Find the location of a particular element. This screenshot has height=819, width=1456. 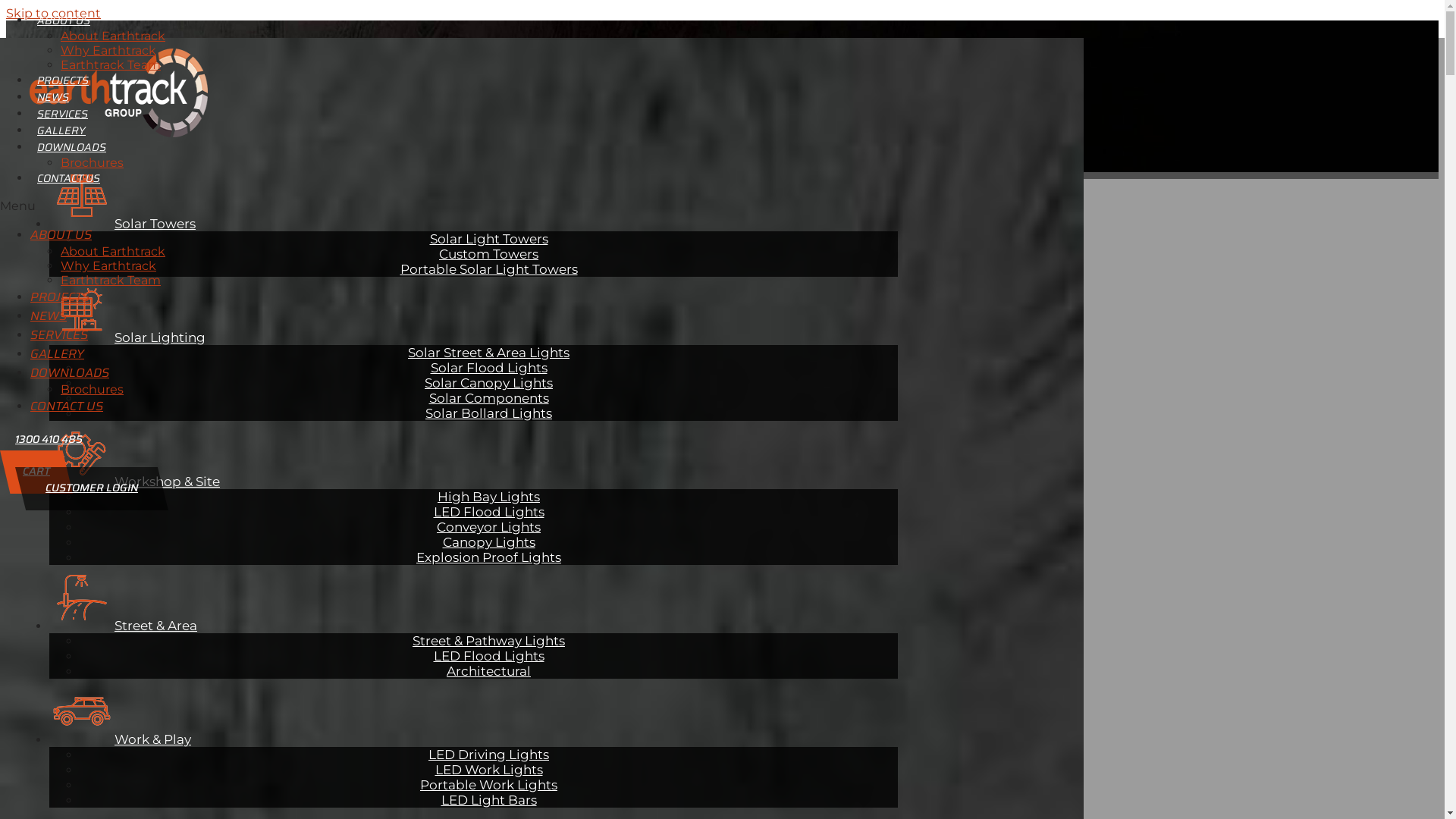

'ABOUT US' is located at coordinates (30, 234).